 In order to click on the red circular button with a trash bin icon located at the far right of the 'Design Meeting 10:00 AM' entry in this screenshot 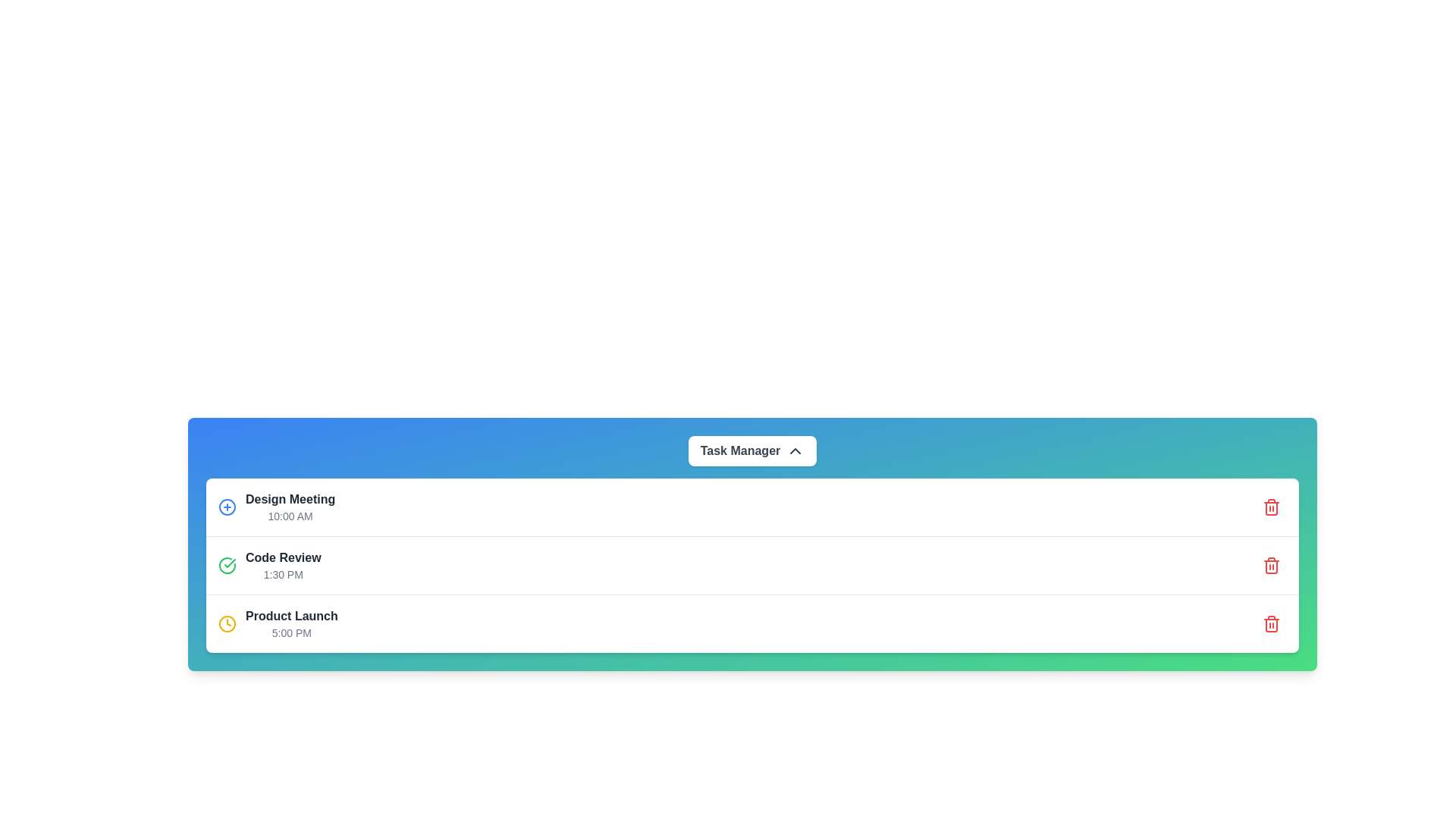, I will do `click(1271, 507)`.